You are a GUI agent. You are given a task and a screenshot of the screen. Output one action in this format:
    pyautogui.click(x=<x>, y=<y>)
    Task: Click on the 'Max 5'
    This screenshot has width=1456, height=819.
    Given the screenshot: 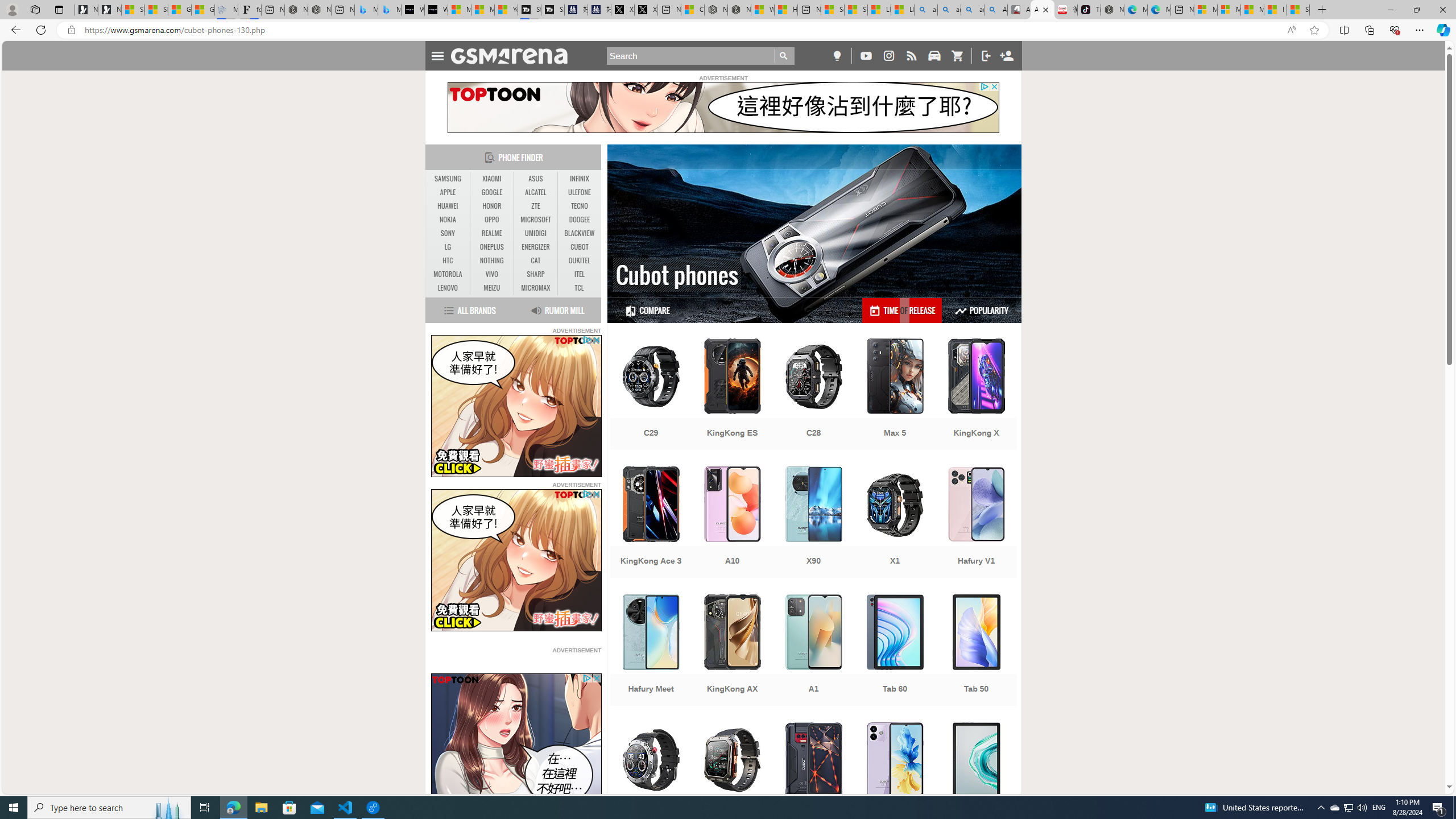 What is the action you would take?
    pyautogui.click(x=895, y=395)
    